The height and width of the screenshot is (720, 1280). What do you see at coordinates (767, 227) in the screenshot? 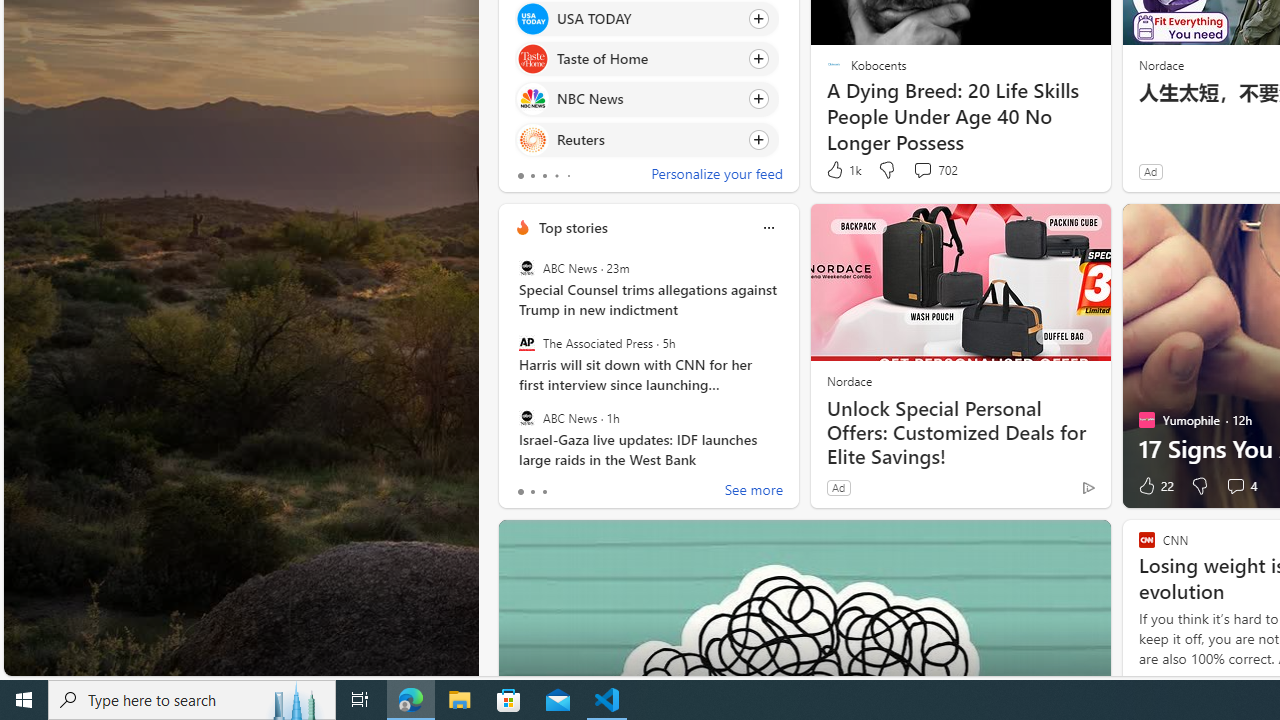
I see `'Class: icon-img'` at bounding box center [767, 227].